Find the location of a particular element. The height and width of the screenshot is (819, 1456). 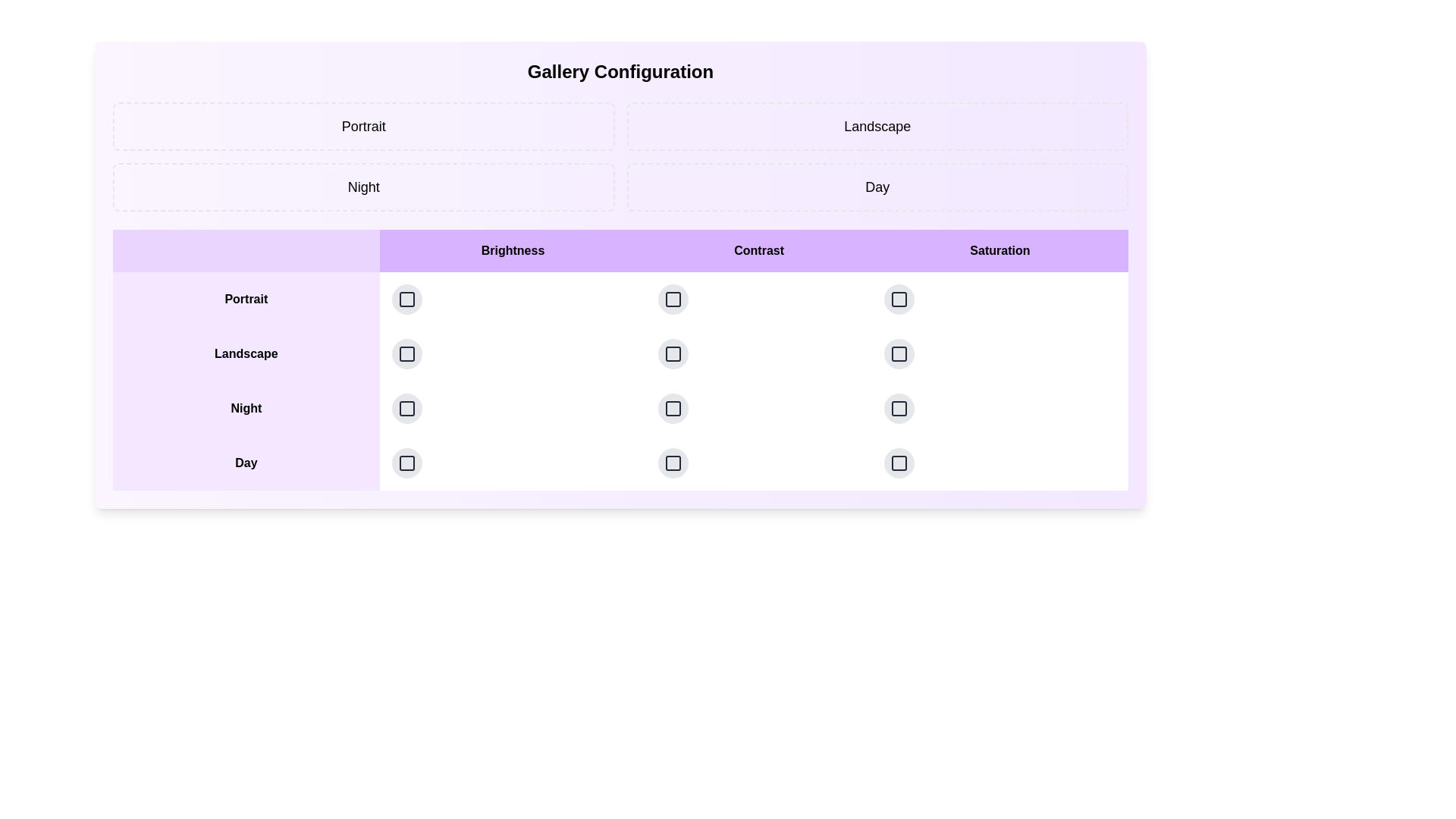

the checkbox under the 'Saturation' column in the 'Contrast' row is located at coordinates (899, 299).